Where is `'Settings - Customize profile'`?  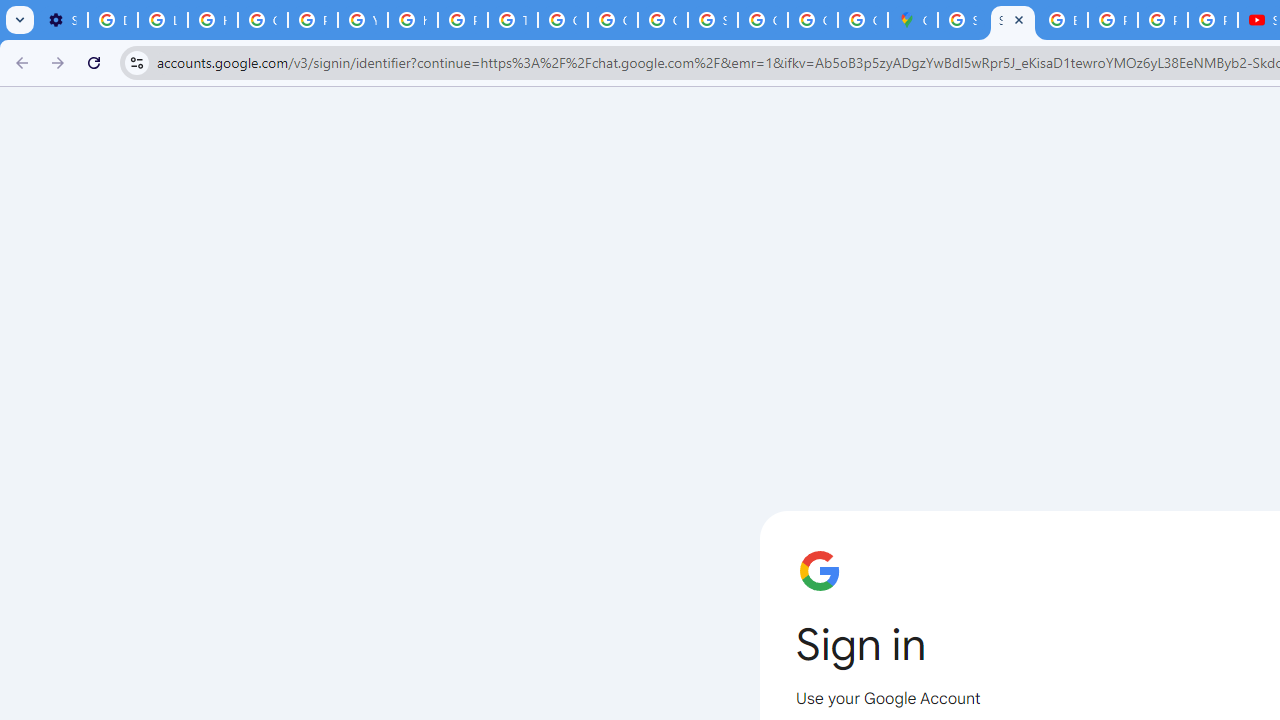 'Settings - Customize profile' is located at coordinates (62, 20).